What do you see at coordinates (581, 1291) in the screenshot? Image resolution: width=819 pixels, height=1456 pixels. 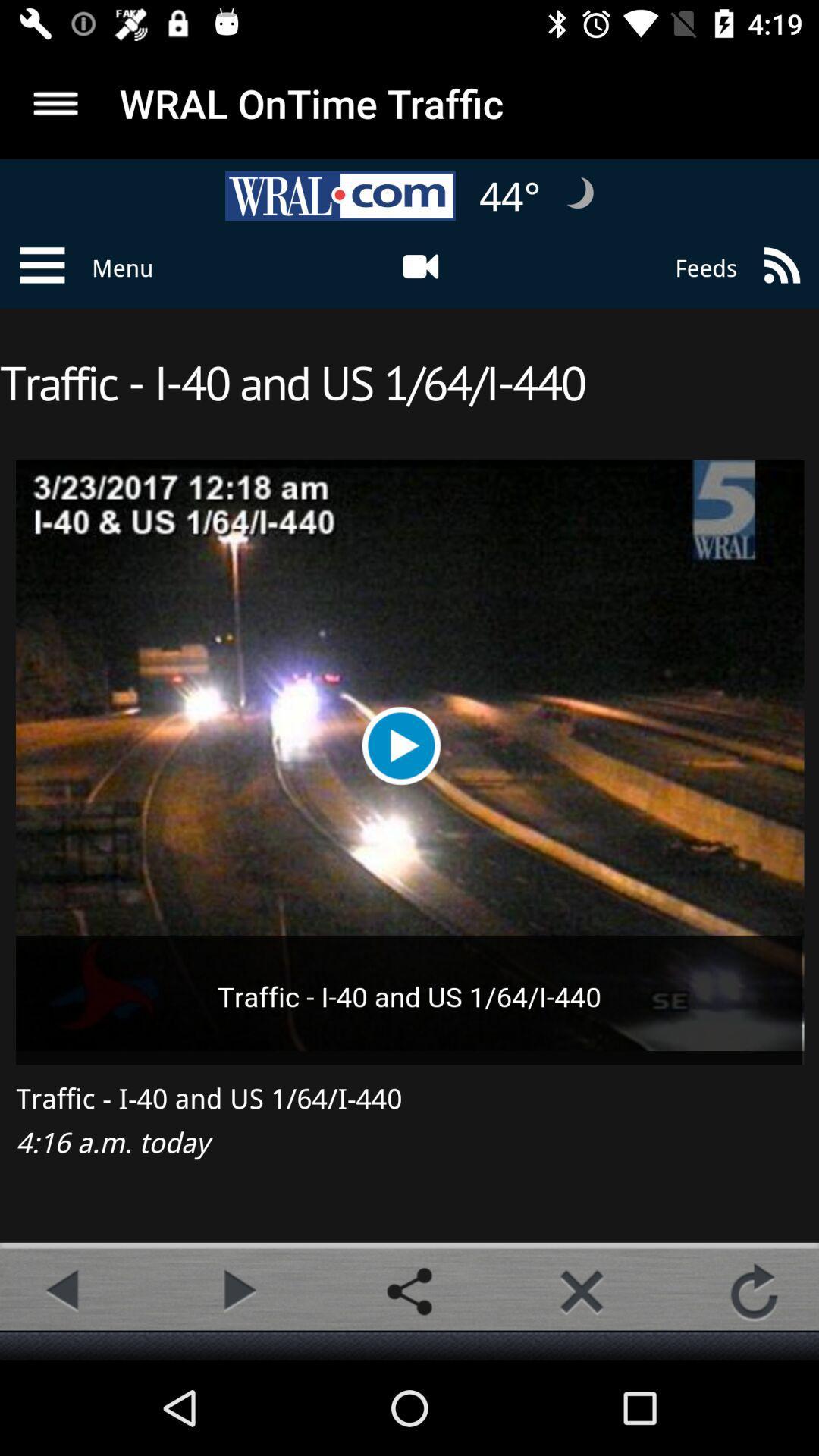 I see `button` at bounding box center [581, 1291].